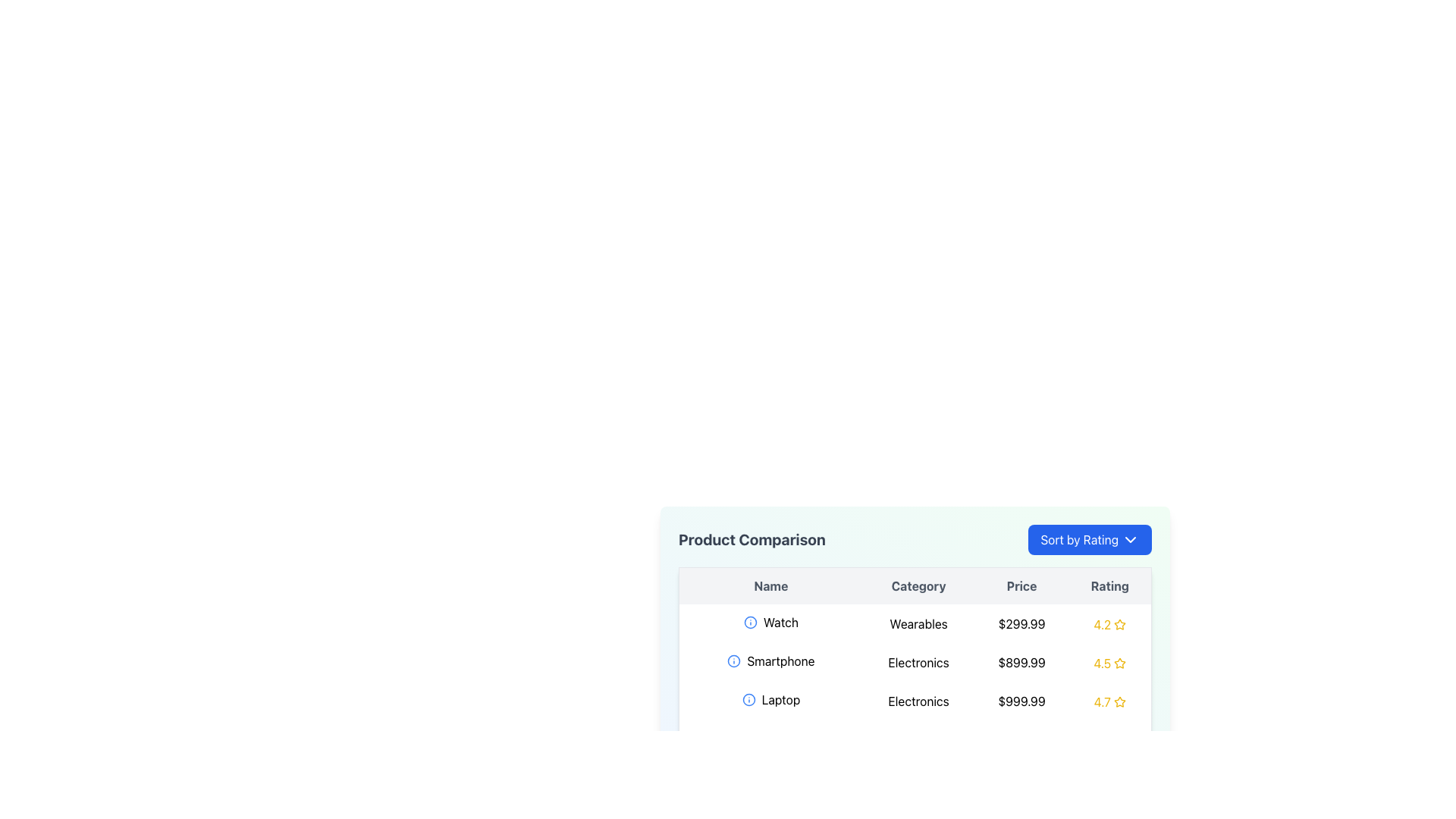 Image resolution: width=1456 pixels, height=819 pixels. I want to click on the 'Smartphone' Table Row to interact with elements like the rating or product name, so click(914, 661).